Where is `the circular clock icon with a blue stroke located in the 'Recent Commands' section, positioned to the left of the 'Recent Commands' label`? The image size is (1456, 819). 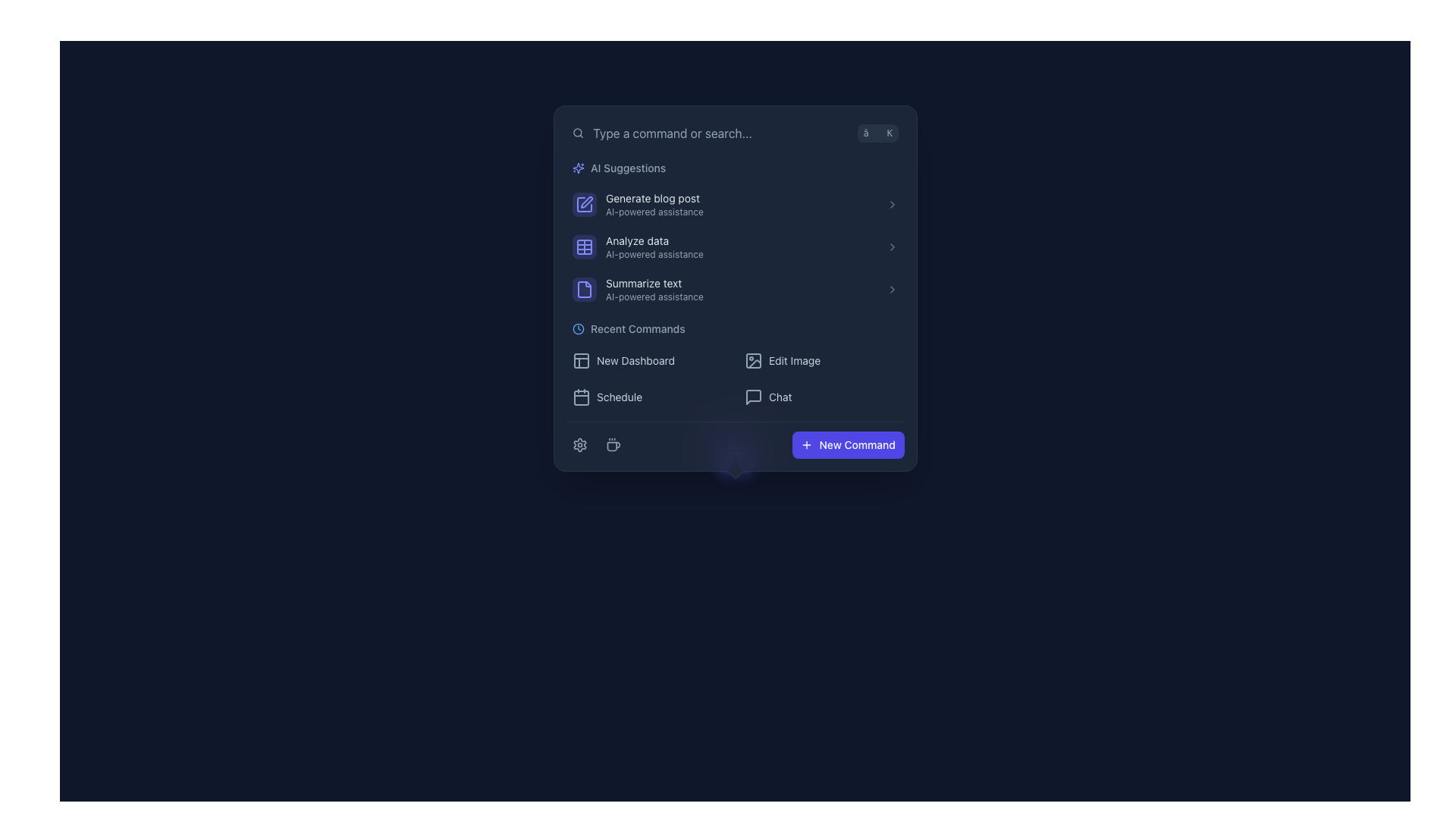 the circular clock icon with a blue stroke located in the 'Recent Commands' section, positioned to the left of the 'Recent Commands' label is located at coordinates (577, 328).